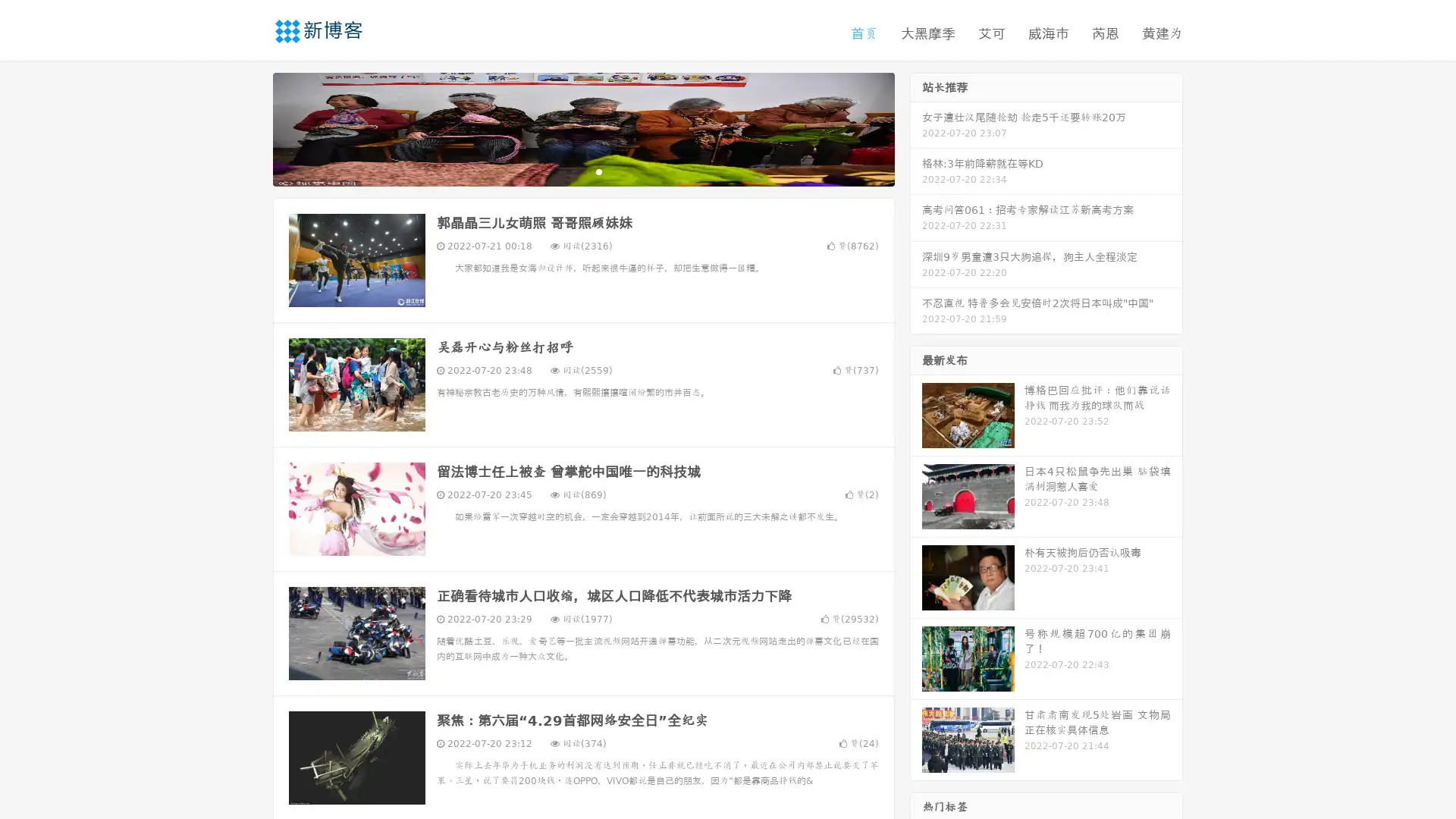 This screenshot has height=819, width=1456. Describe the element at coordinates (250, 127) in the screenshot. I see `Previous slide` at that location.